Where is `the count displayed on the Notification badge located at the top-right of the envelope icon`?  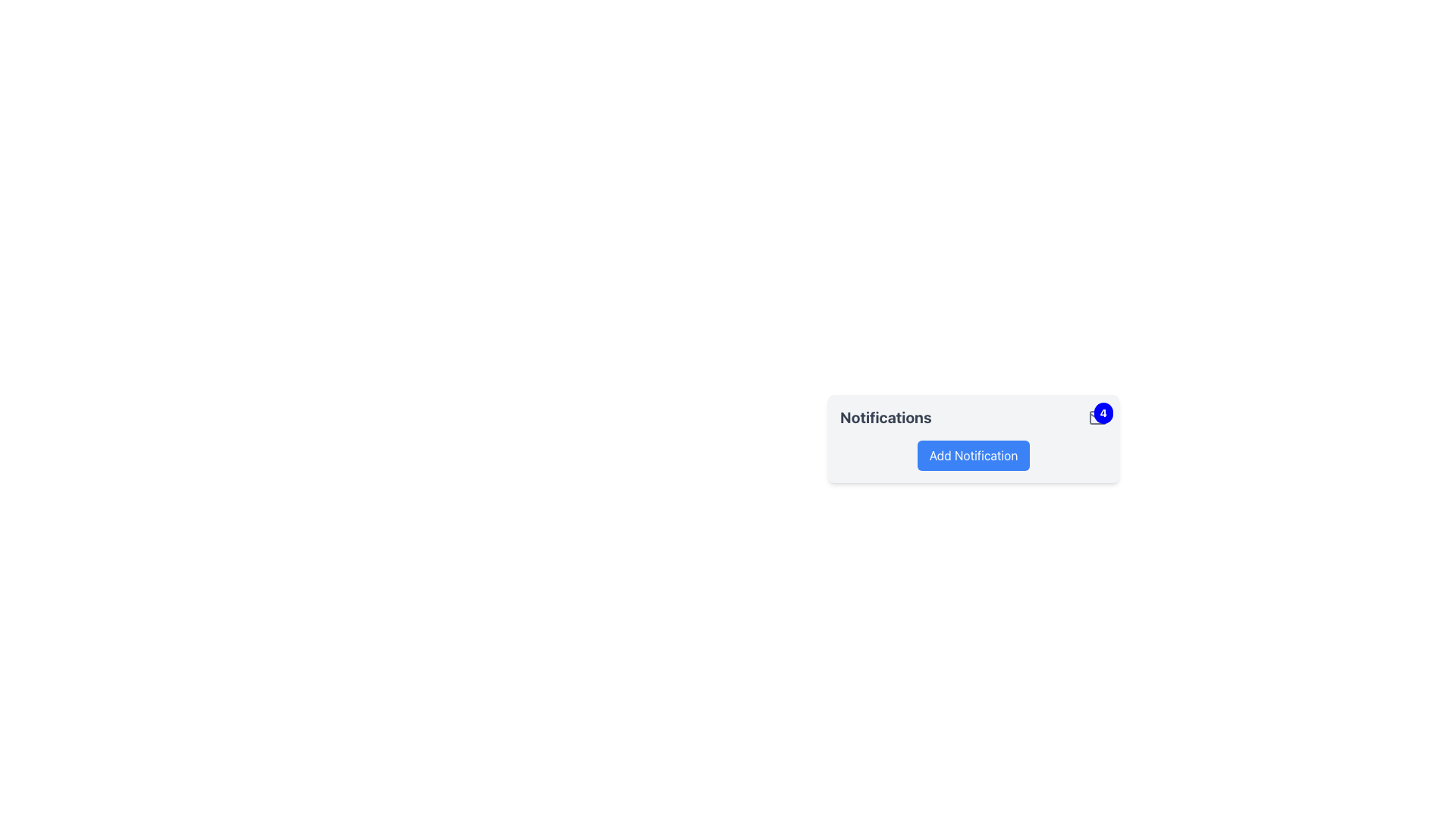
the count displayed on the Notification badge located at the top-right of the envelope icon is located at coordinates (1098, 418).